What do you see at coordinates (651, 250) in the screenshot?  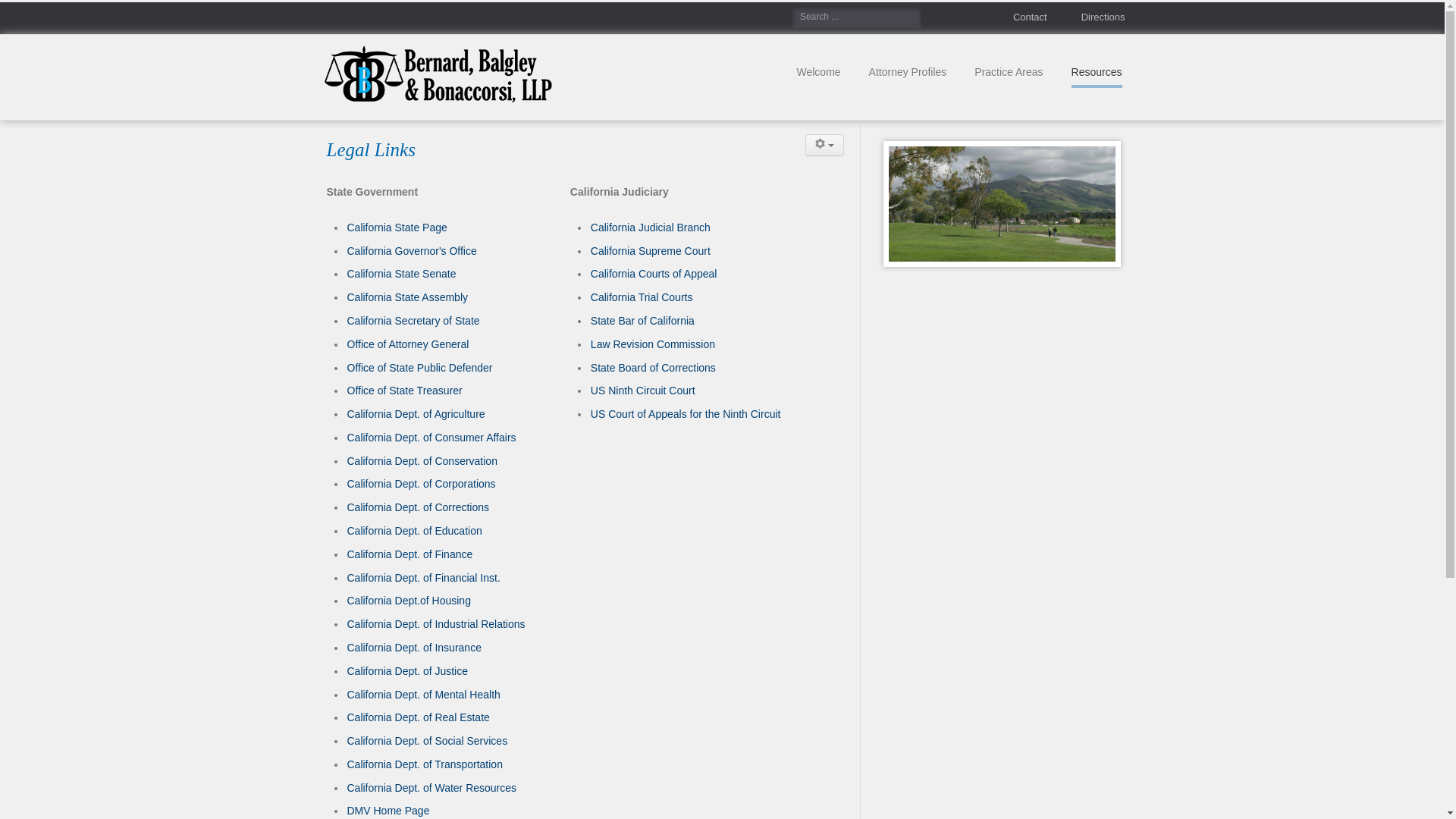 I see `'California Supreme Court'` at bounding box center [651, 250].